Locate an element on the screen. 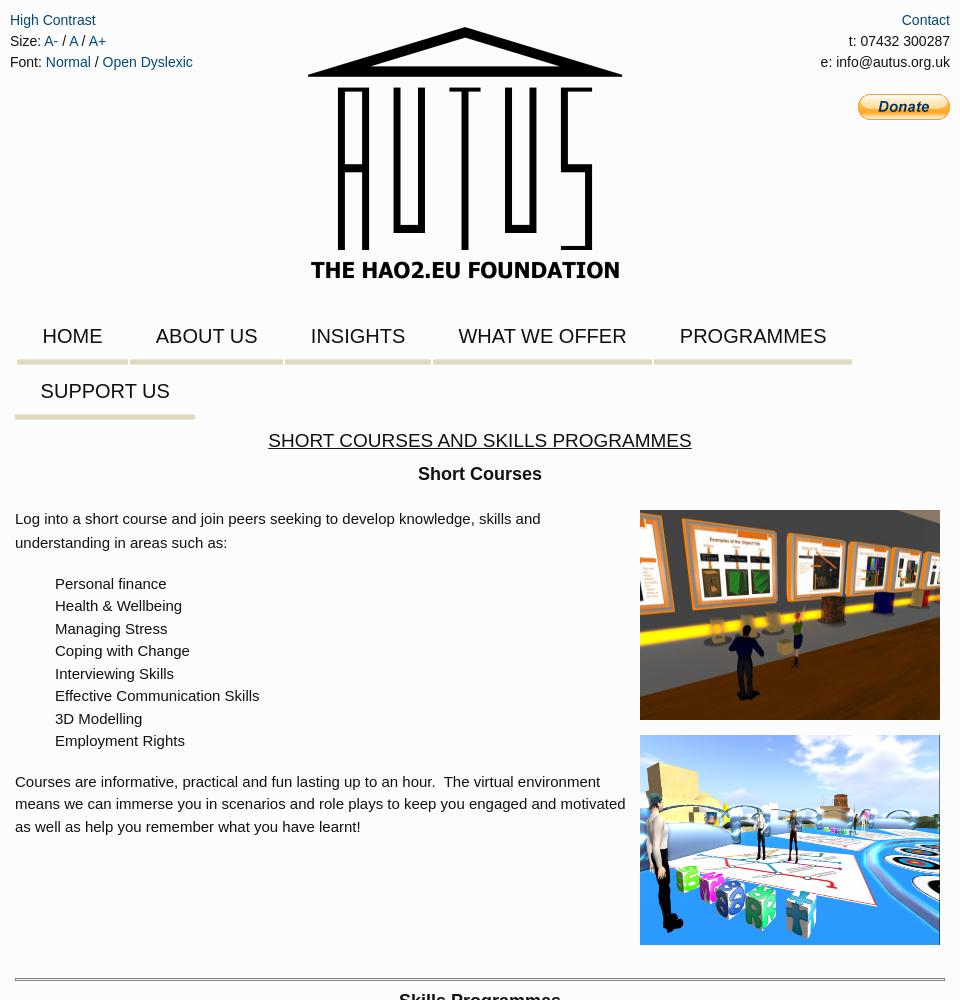  '3D Modelling' is located at coordinates (98, 716).